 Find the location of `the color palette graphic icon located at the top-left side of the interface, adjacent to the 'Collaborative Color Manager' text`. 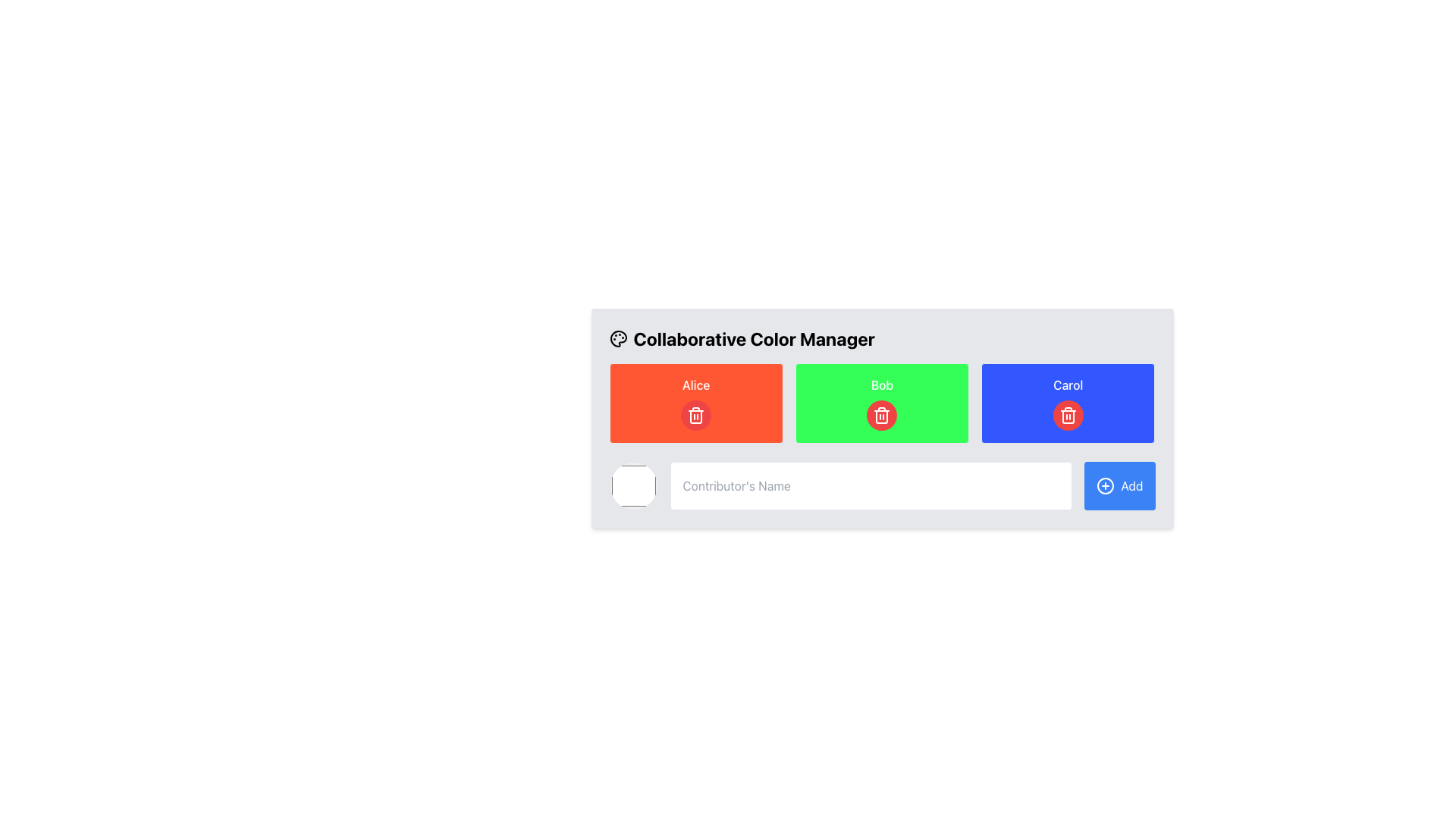

the color palette graphic icon located at the top-left side of the interface, adjacent to the 'Collaborative Color Manager' text is located at coordinates (618, 338).